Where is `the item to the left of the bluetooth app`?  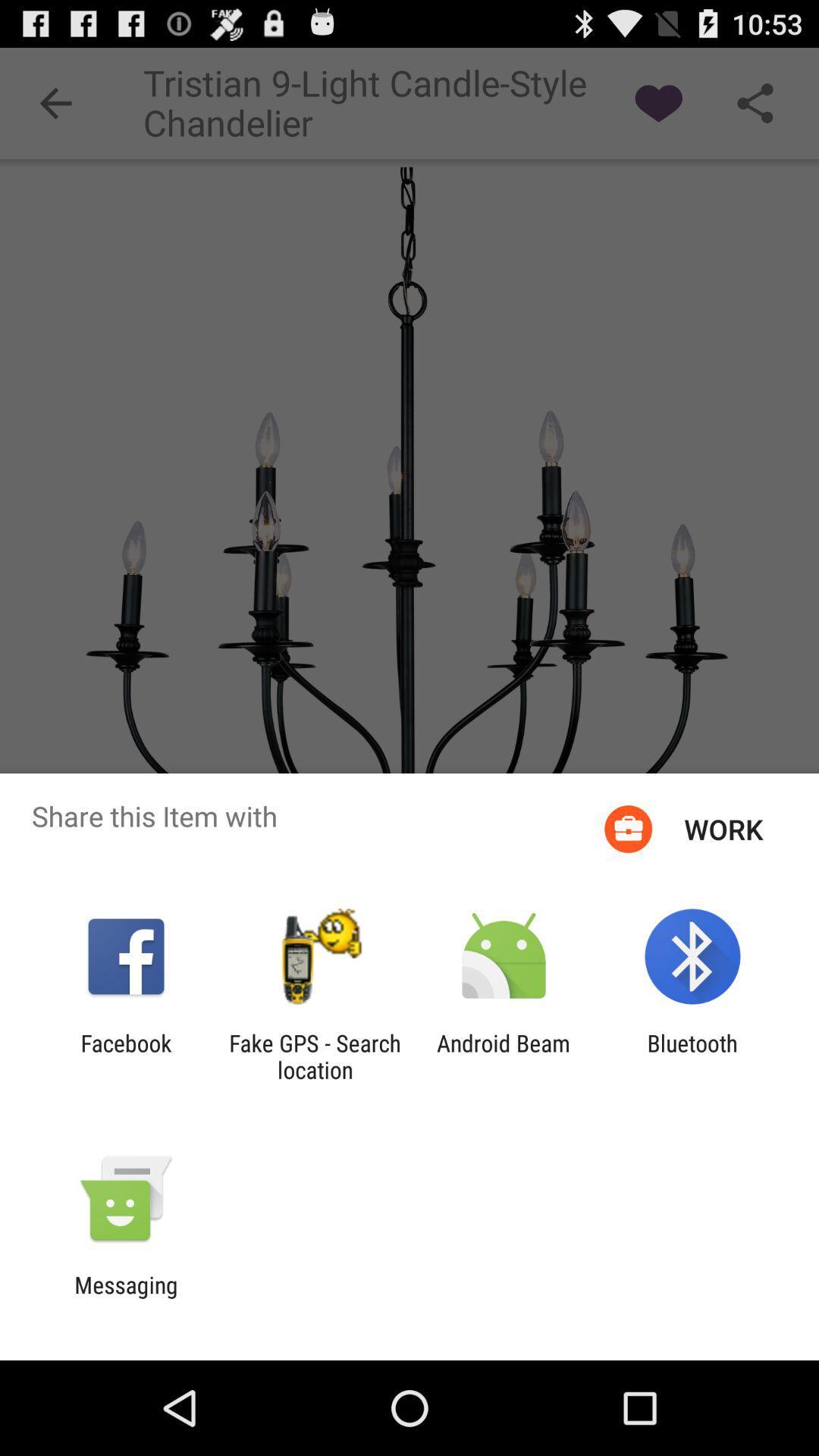 the item to the left of the bluetooth app is located at coordinates (504, 1056).